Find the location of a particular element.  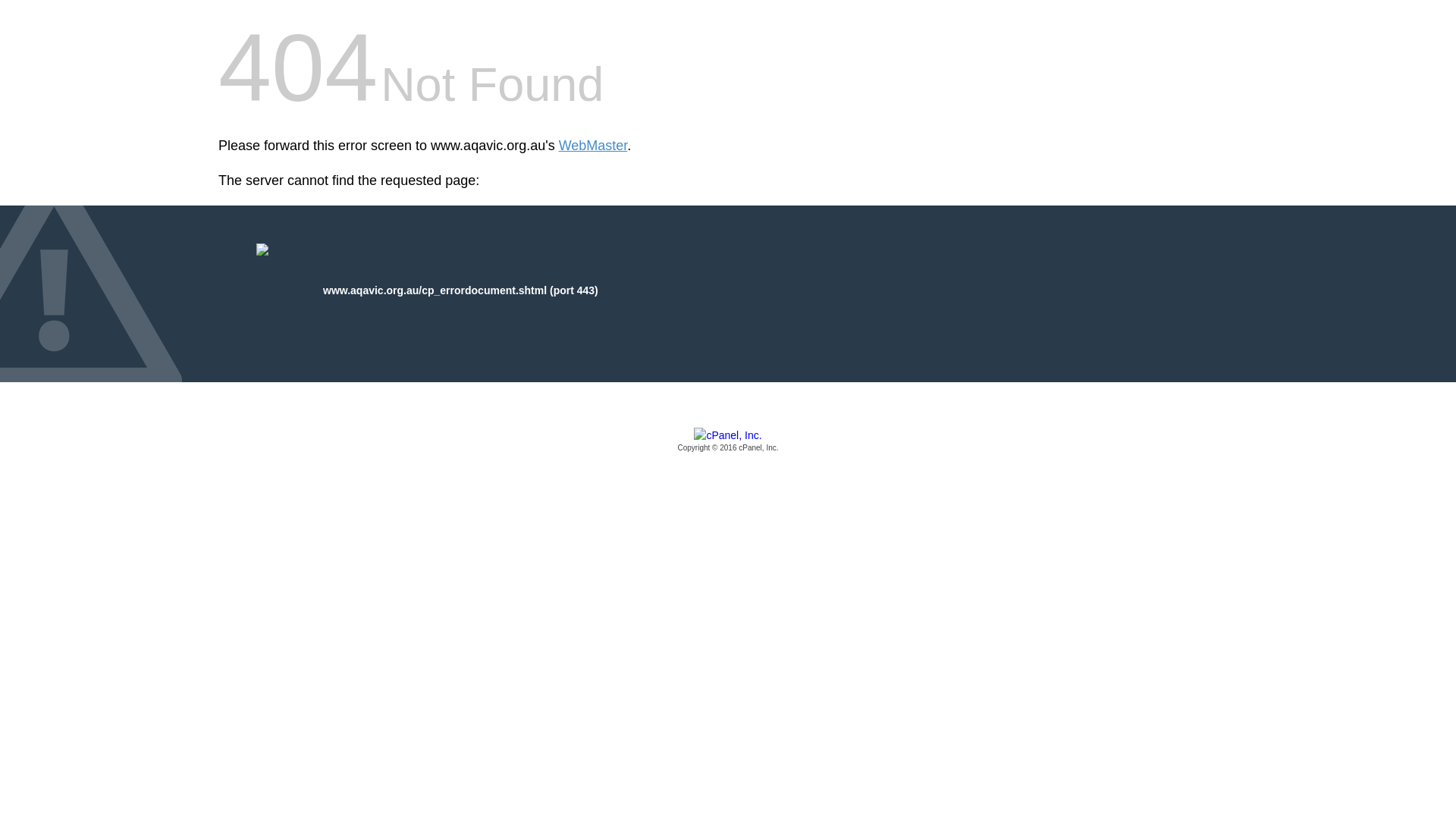

'WebMaster' is located at coordinates (558, 146).